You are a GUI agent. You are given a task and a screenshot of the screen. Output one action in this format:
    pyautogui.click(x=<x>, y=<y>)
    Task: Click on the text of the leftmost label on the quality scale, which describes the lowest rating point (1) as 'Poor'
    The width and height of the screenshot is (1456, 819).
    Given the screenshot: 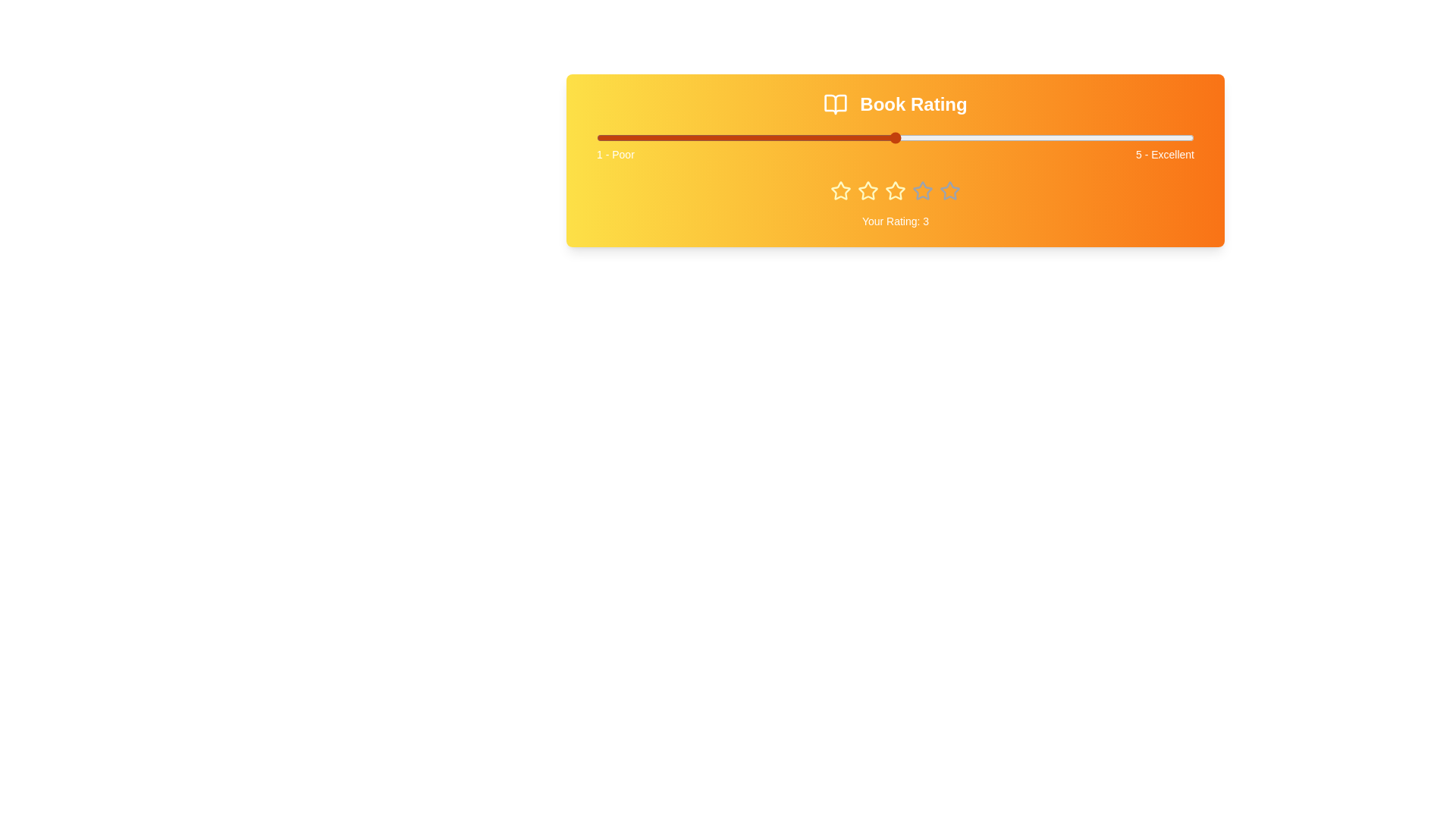 What is the action you would take?
    pyautogui.click(x=615, y=155)
    